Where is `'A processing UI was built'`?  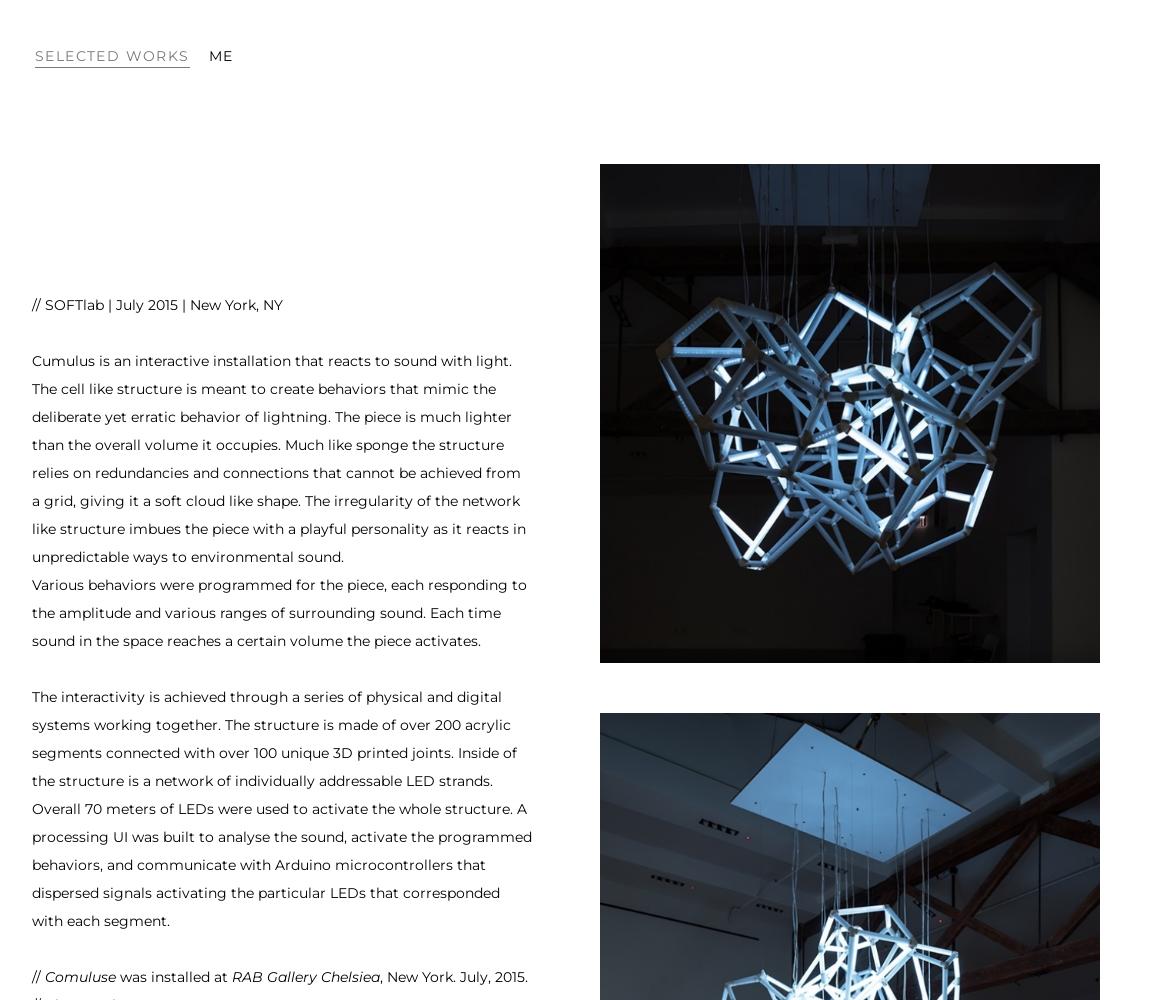 'A processing UI was built' is located at coordinates (278, 822).